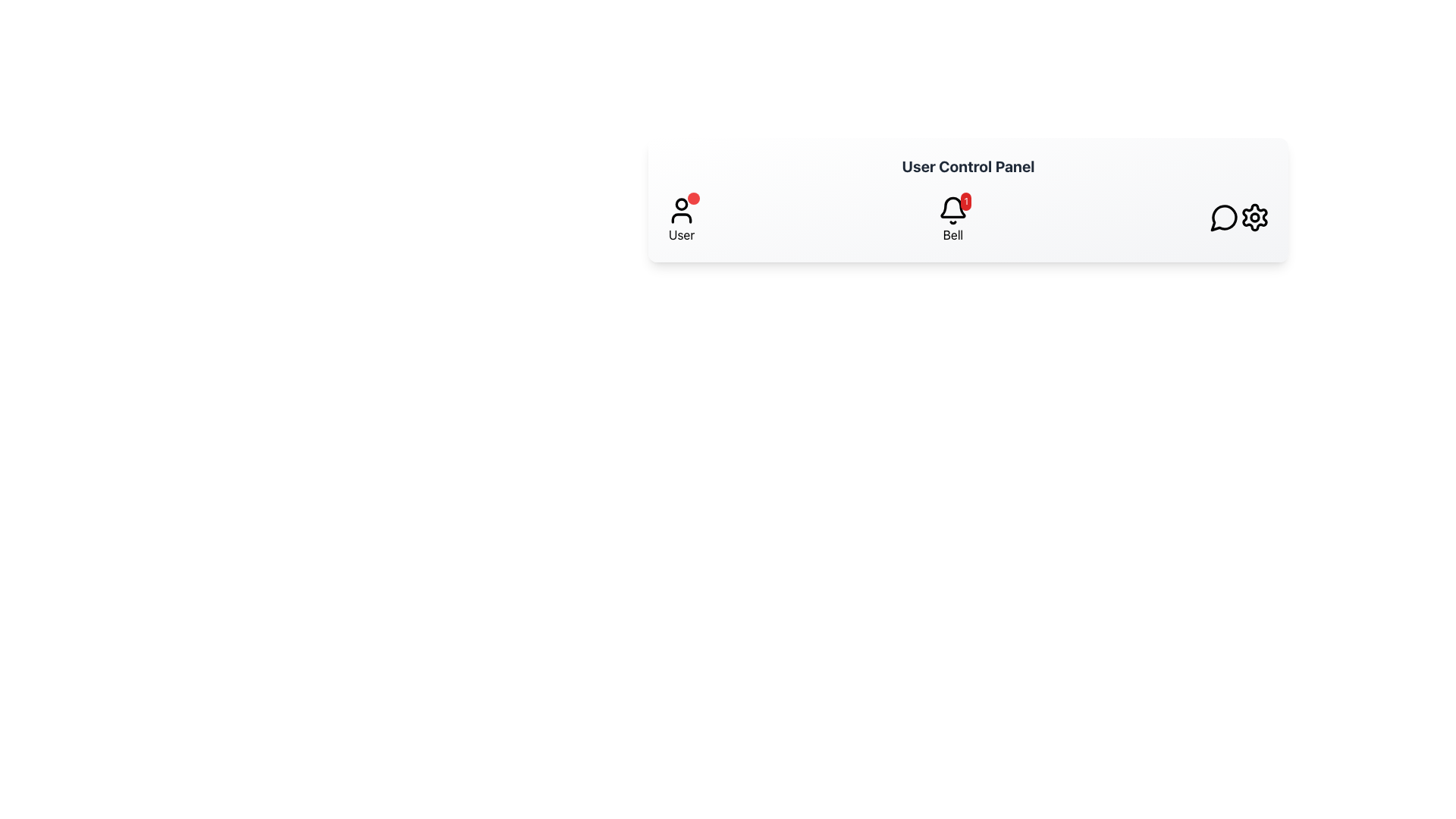 This screenshot has width=1456, height=819. I want to click on the settings icon, which is a cogwheel shape located at the far right of the horizontal navigation bar, adjacent to the speech bubble icon, so click(1255, 217).